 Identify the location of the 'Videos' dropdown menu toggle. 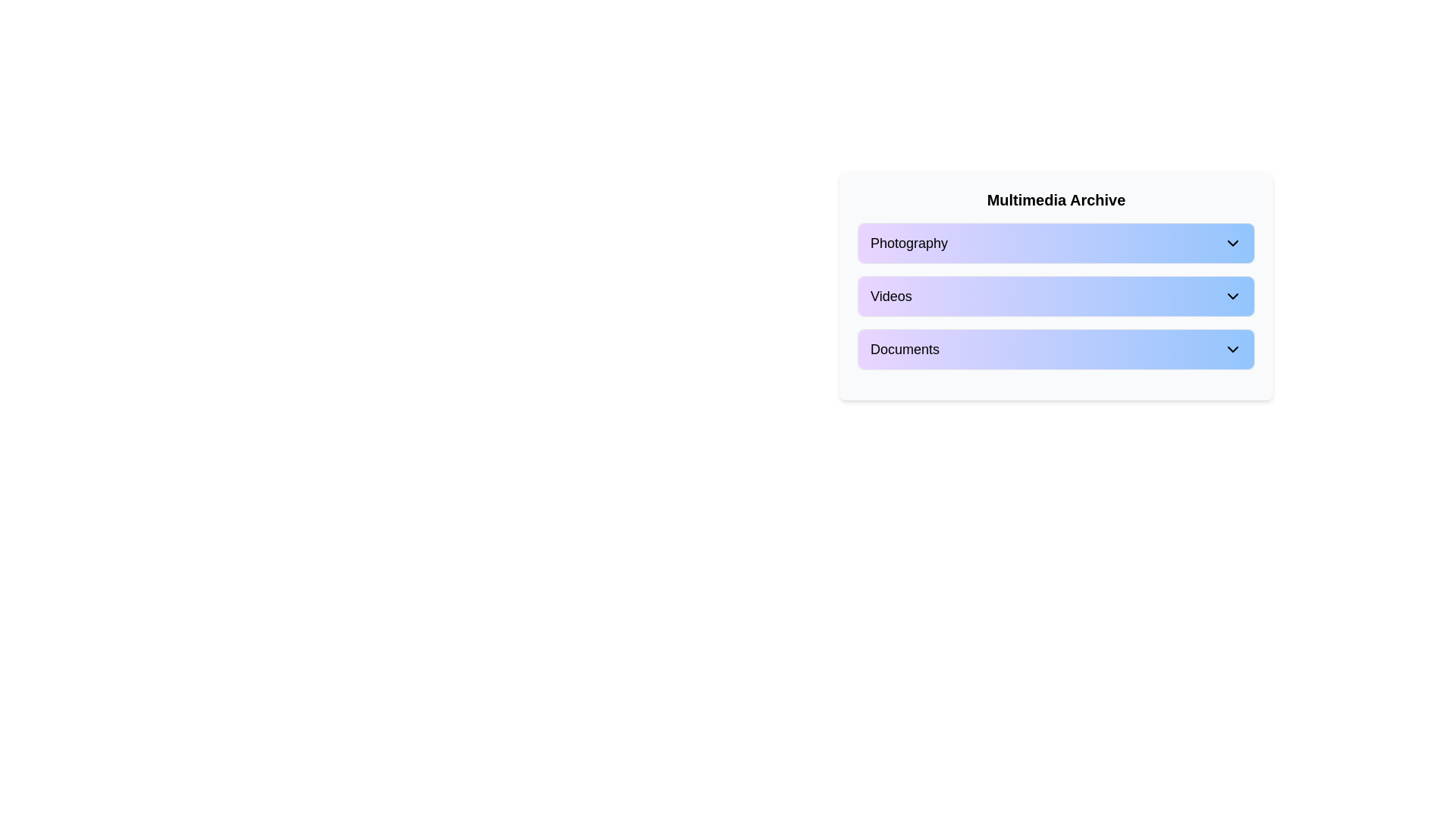
(1055, 296).